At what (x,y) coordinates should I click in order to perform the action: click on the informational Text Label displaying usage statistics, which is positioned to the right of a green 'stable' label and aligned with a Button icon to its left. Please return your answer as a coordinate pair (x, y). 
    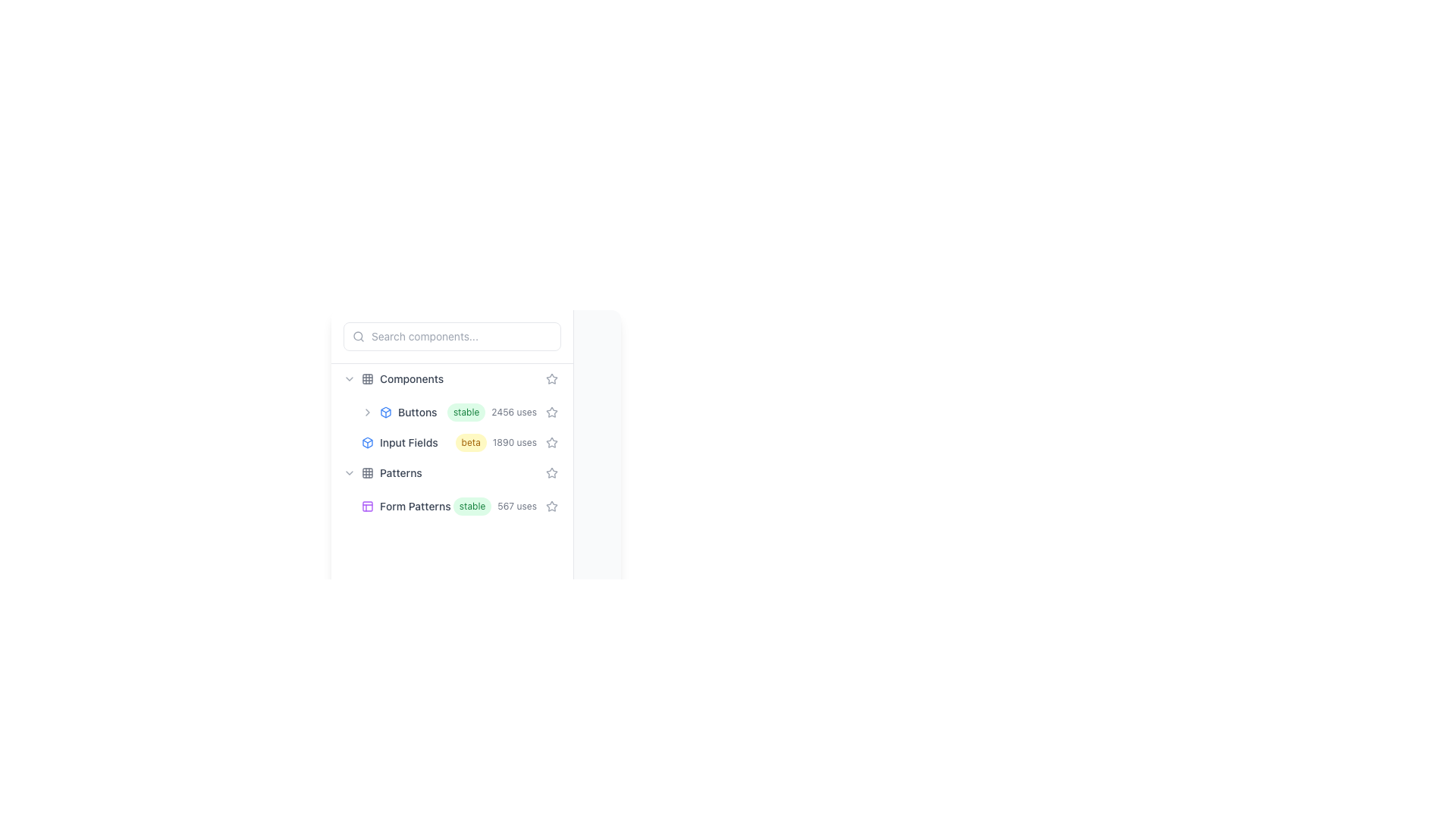
    Looking at the image, I should click on (514, 412).